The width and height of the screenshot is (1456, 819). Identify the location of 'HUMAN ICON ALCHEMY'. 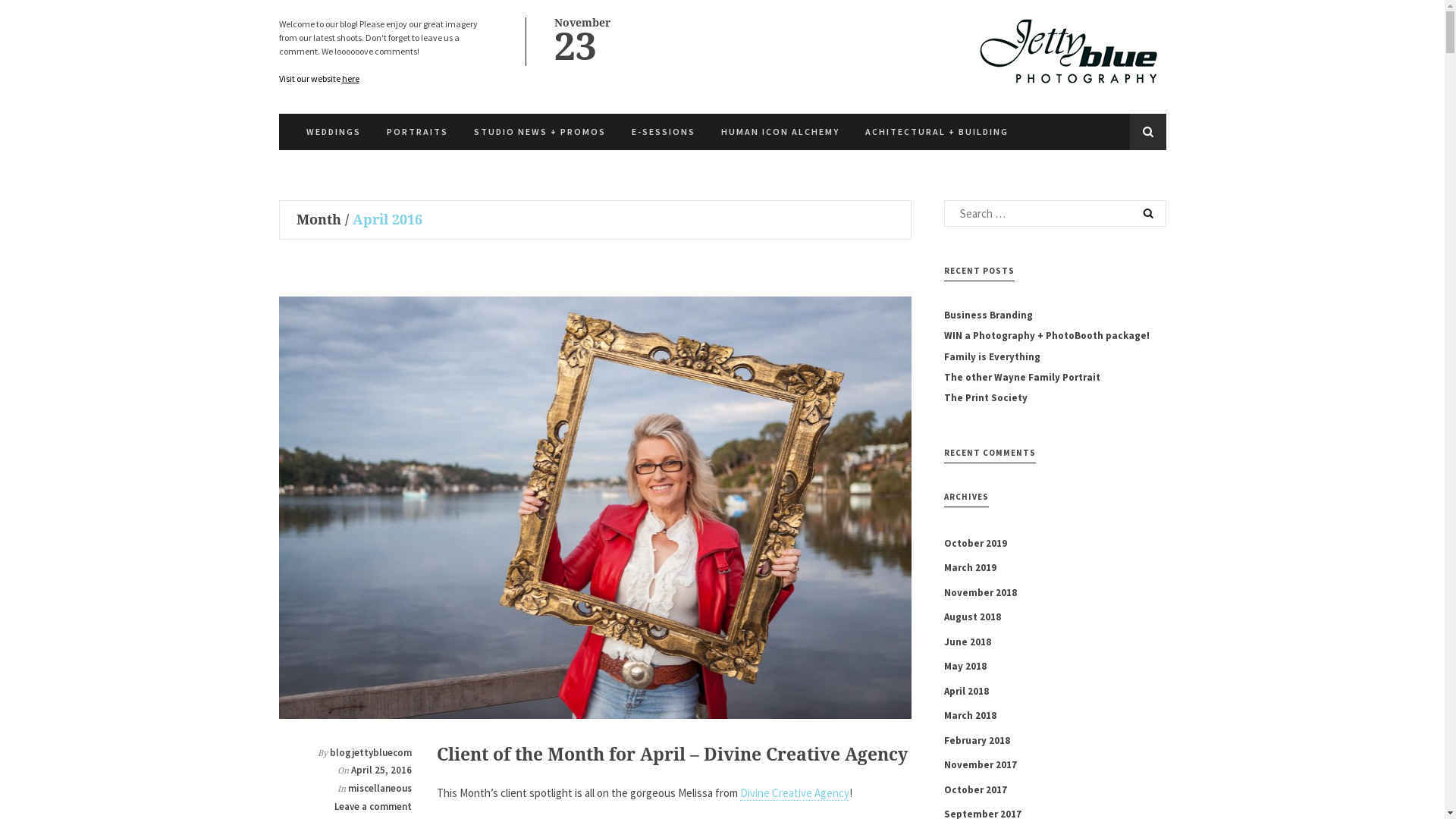
(779, 130).